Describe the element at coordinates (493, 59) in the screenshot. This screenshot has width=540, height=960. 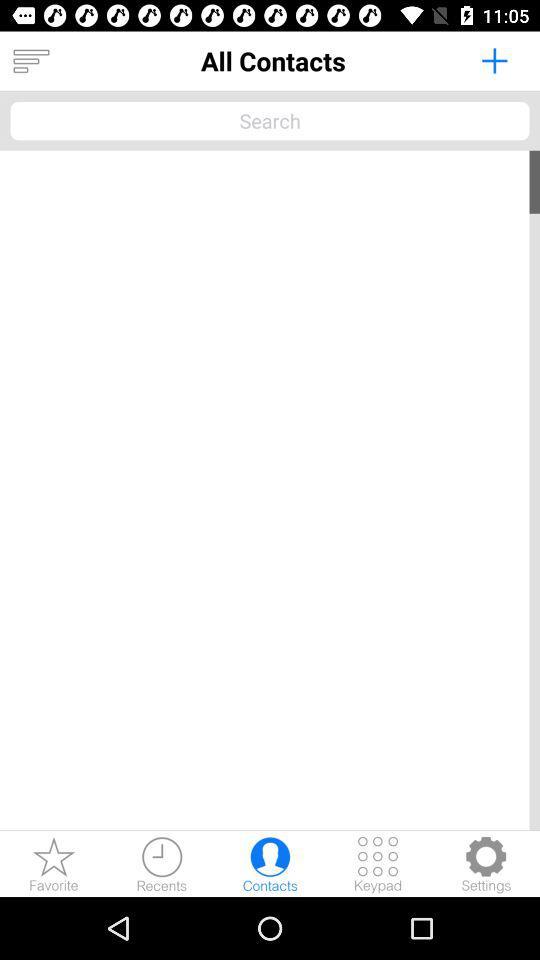
I see `new contact` at that location.